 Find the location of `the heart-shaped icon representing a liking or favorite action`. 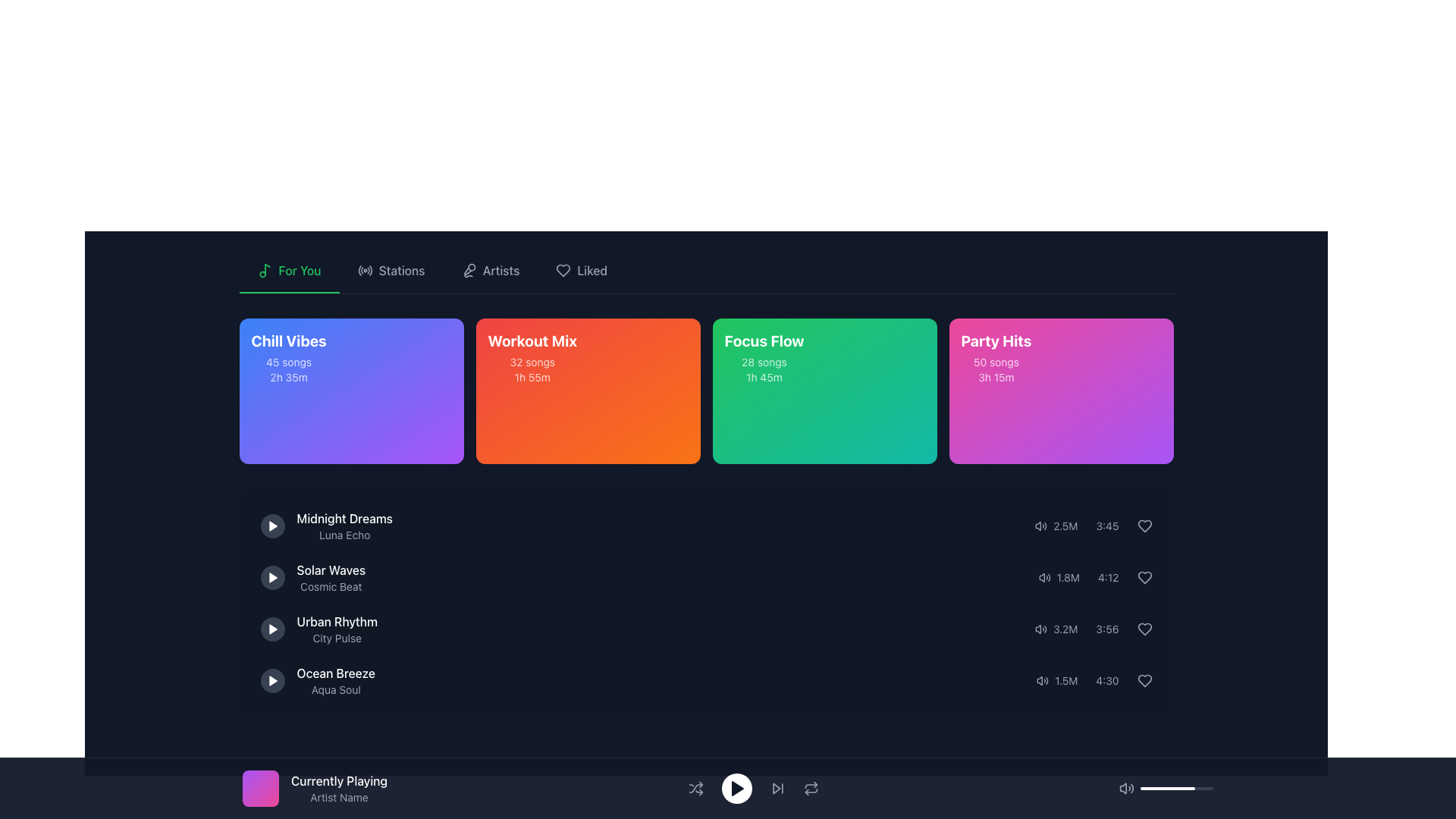

the heart-shaped icon representing a liking or favorite action is located at coordinates (1144, 526).